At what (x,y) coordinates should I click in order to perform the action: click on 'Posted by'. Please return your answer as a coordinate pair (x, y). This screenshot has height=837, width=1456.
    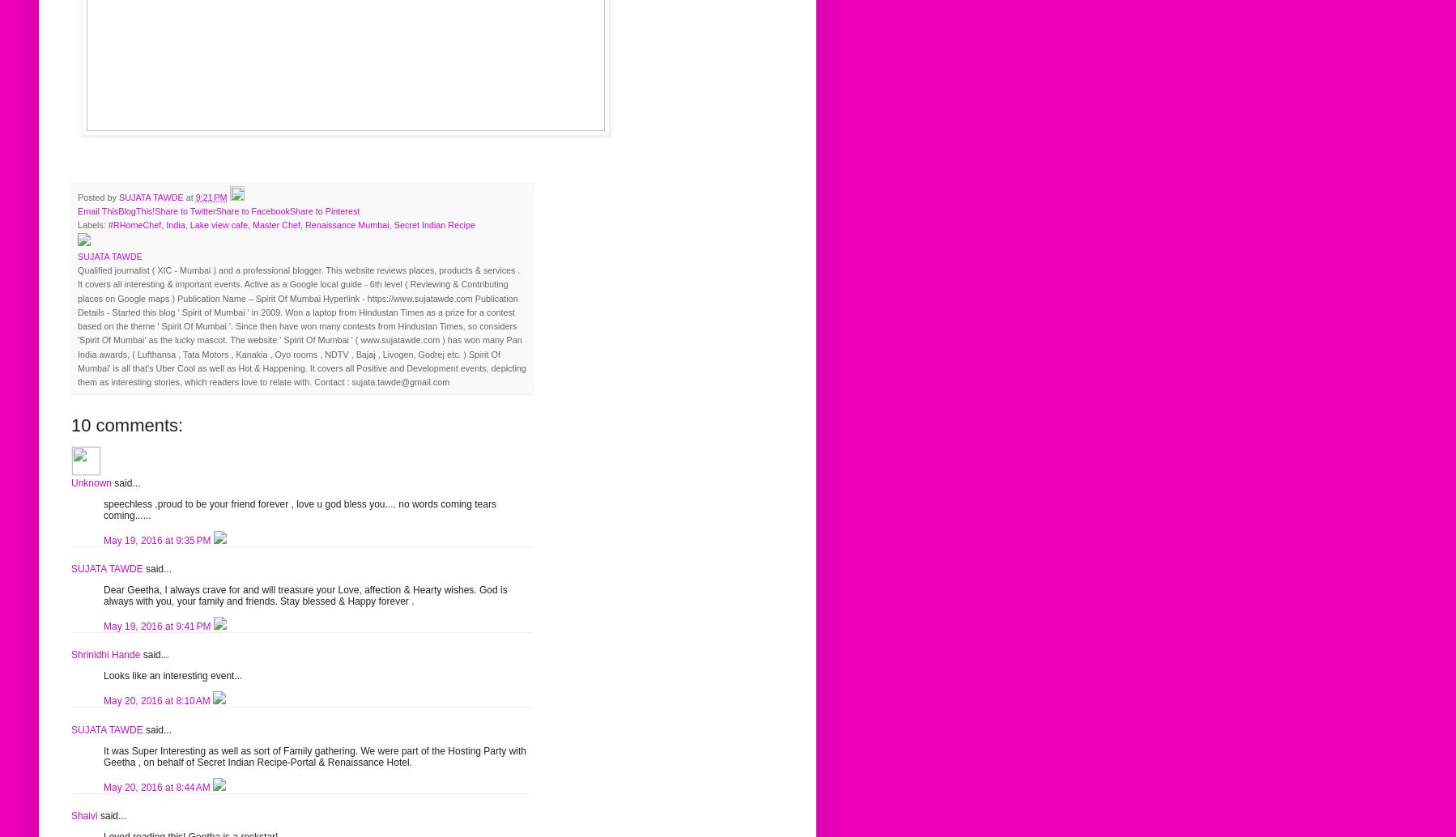
    Looking at the image, I should click on (97, 196).